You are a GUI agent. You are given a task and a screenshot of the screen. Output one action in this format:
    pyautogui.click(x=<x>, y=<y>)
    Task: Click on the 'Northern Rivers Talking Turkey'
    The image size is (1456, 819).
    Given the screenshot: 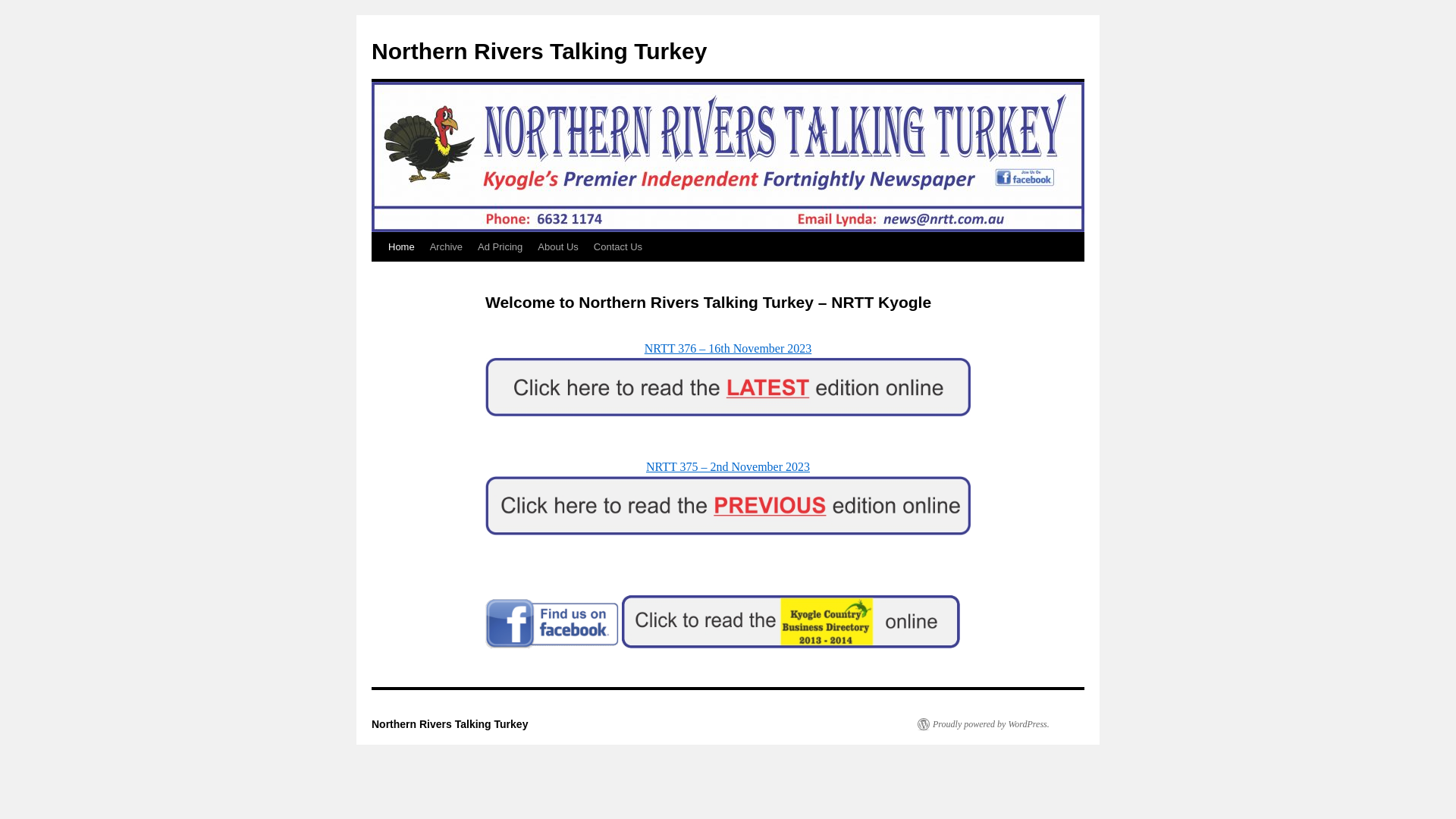 What is the action you would take?
    pyautogui.click(x=538, y=50)
    